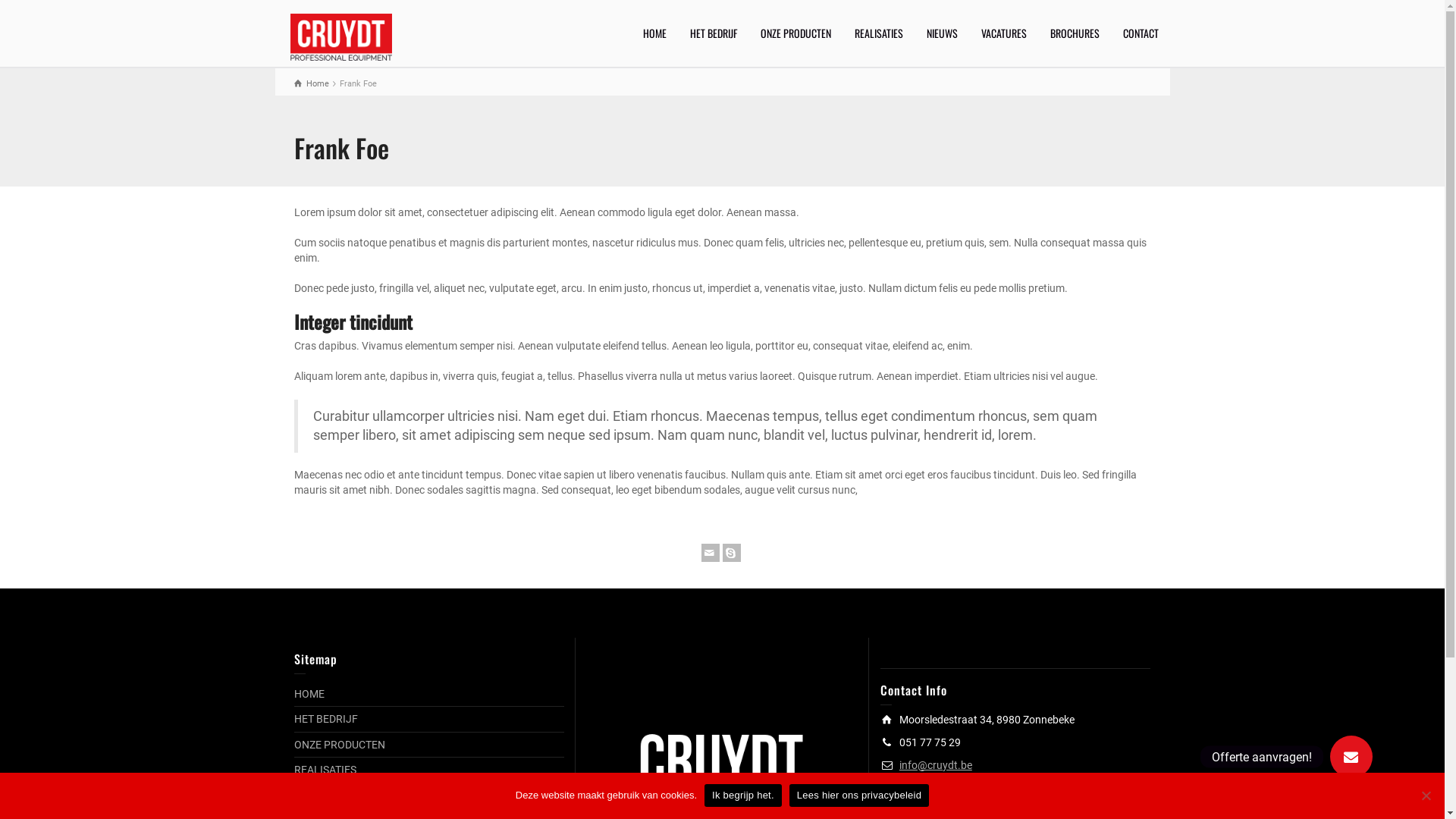 Image resolution: width=1456 pixels, height=819 pixels. I want to click on 'HOME', so click(309, 693).